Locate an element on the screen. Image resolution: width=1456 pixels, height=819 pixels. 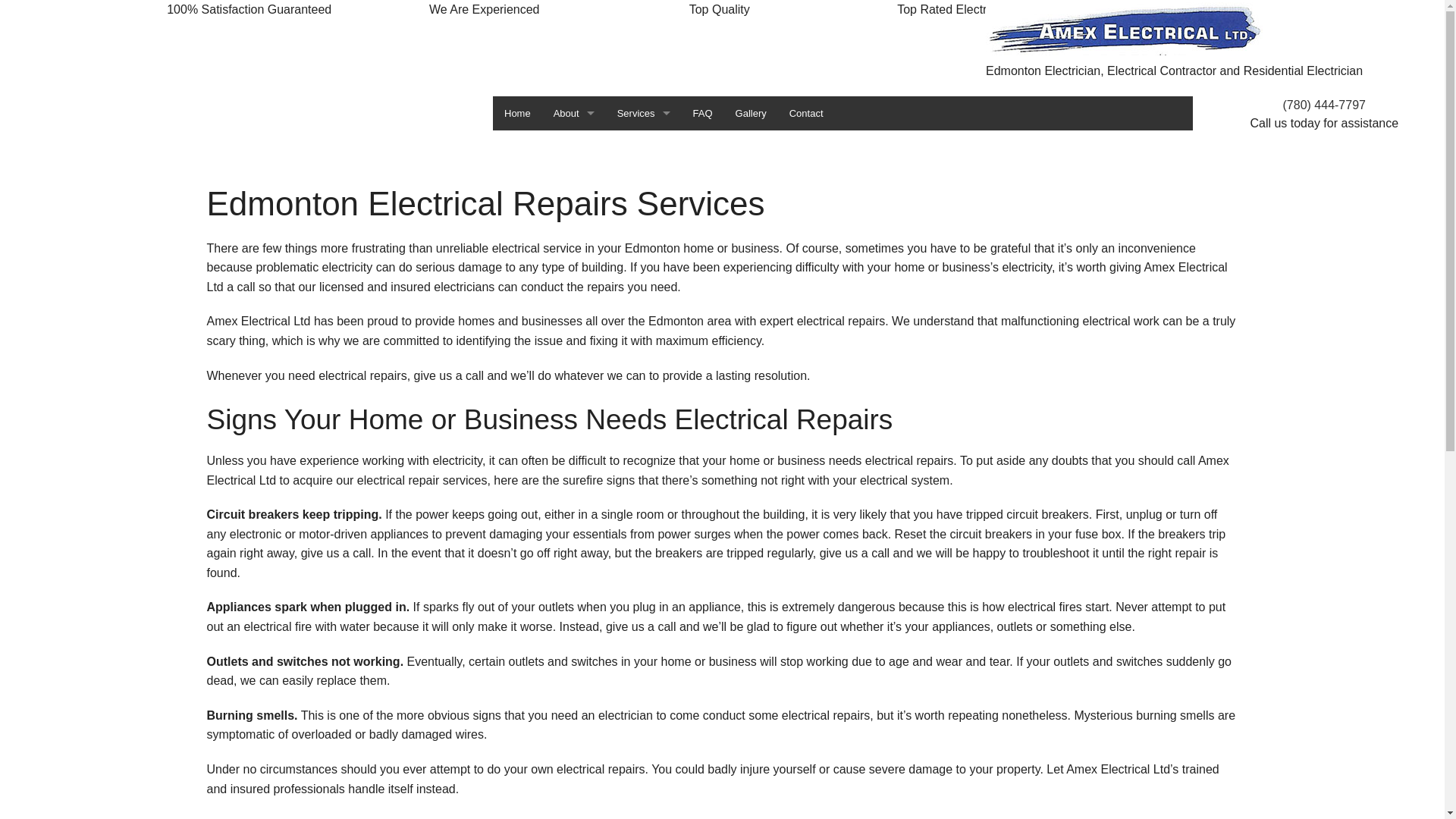
'Services' is located at coordinates (644, 112).